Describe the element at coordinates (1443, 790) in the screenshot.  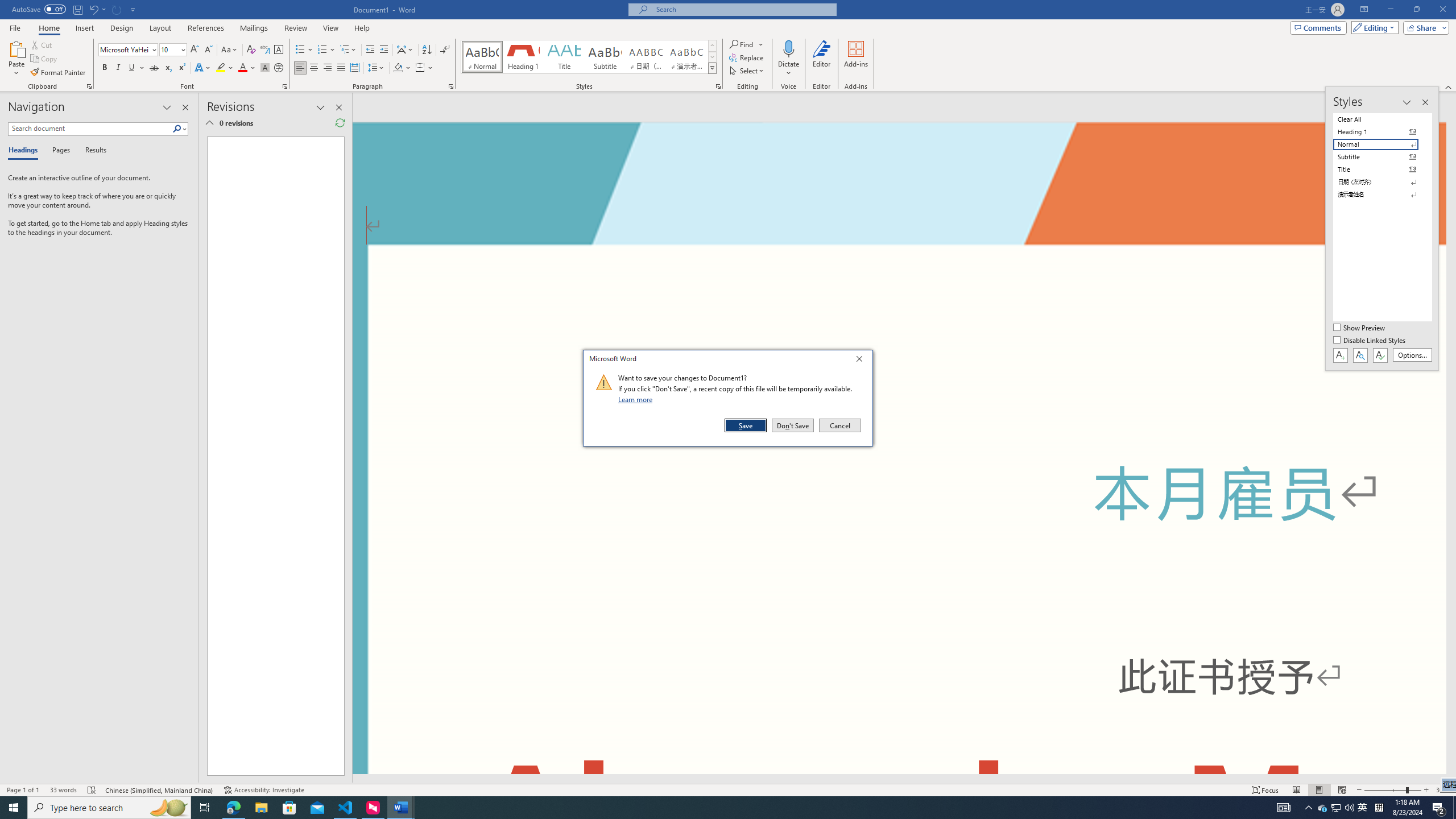
I see `'Zoom 308%'` at that location.